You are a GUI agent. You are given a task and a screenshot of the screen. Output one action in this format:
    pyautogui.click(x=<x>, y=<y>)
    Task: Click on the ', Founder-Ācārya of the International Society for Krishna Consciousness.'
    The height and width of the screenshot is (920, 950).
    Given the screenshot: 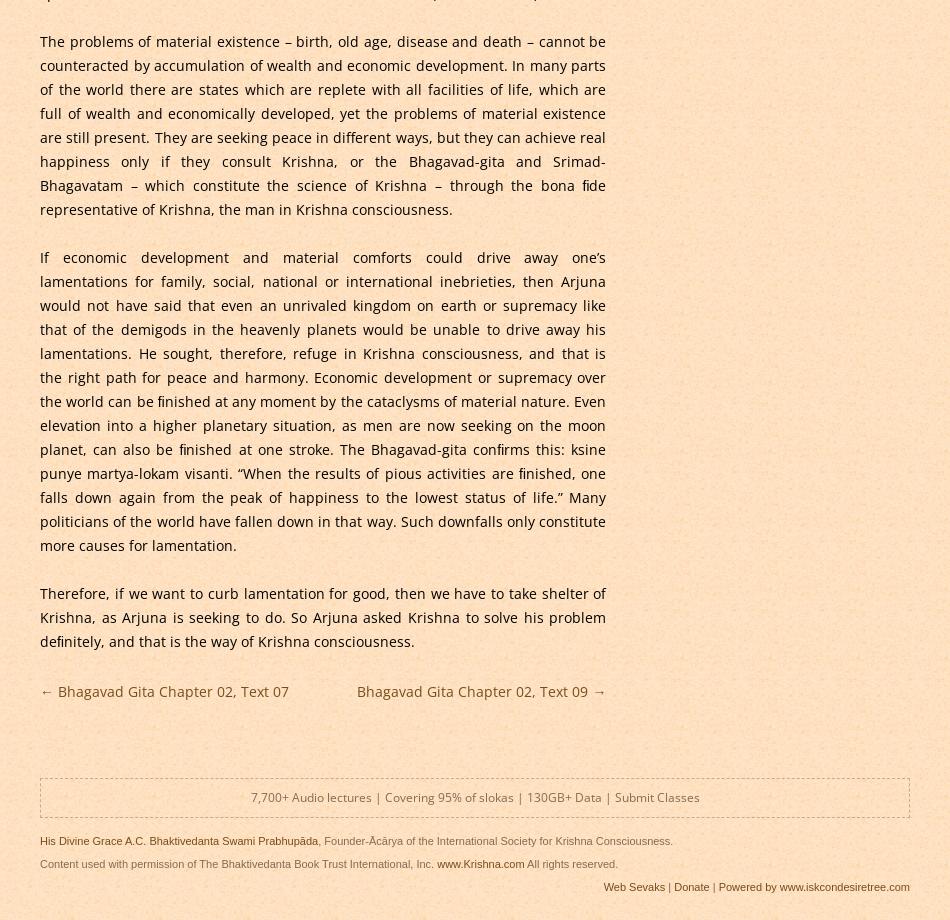 What is the action you would take?
    pyautogui.click(x=495, y=838)
    